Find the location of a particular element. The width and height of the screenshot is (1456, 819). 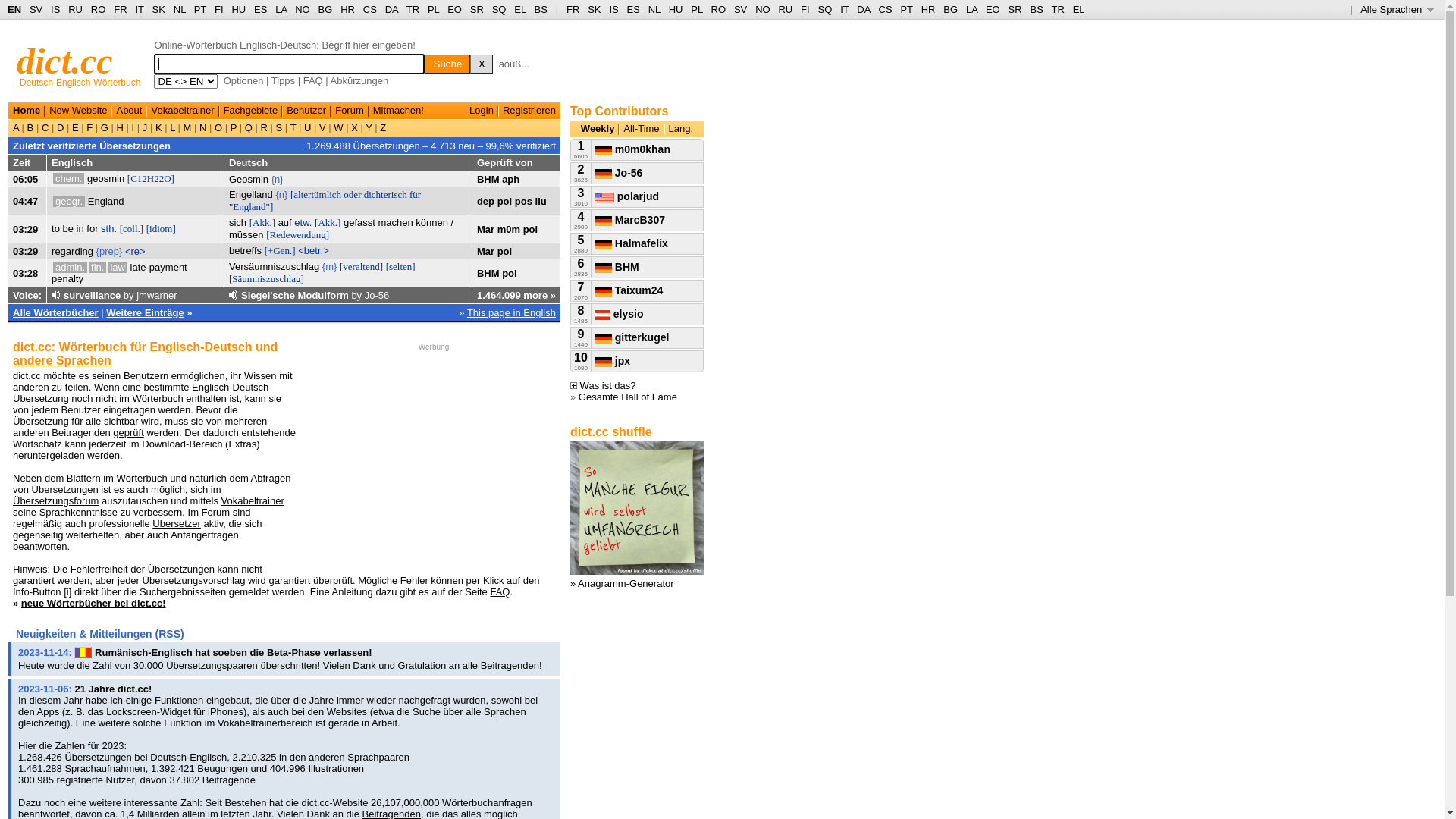

'betreffs [+Gen.] <betr.>' is located at coordinates (279, 249).